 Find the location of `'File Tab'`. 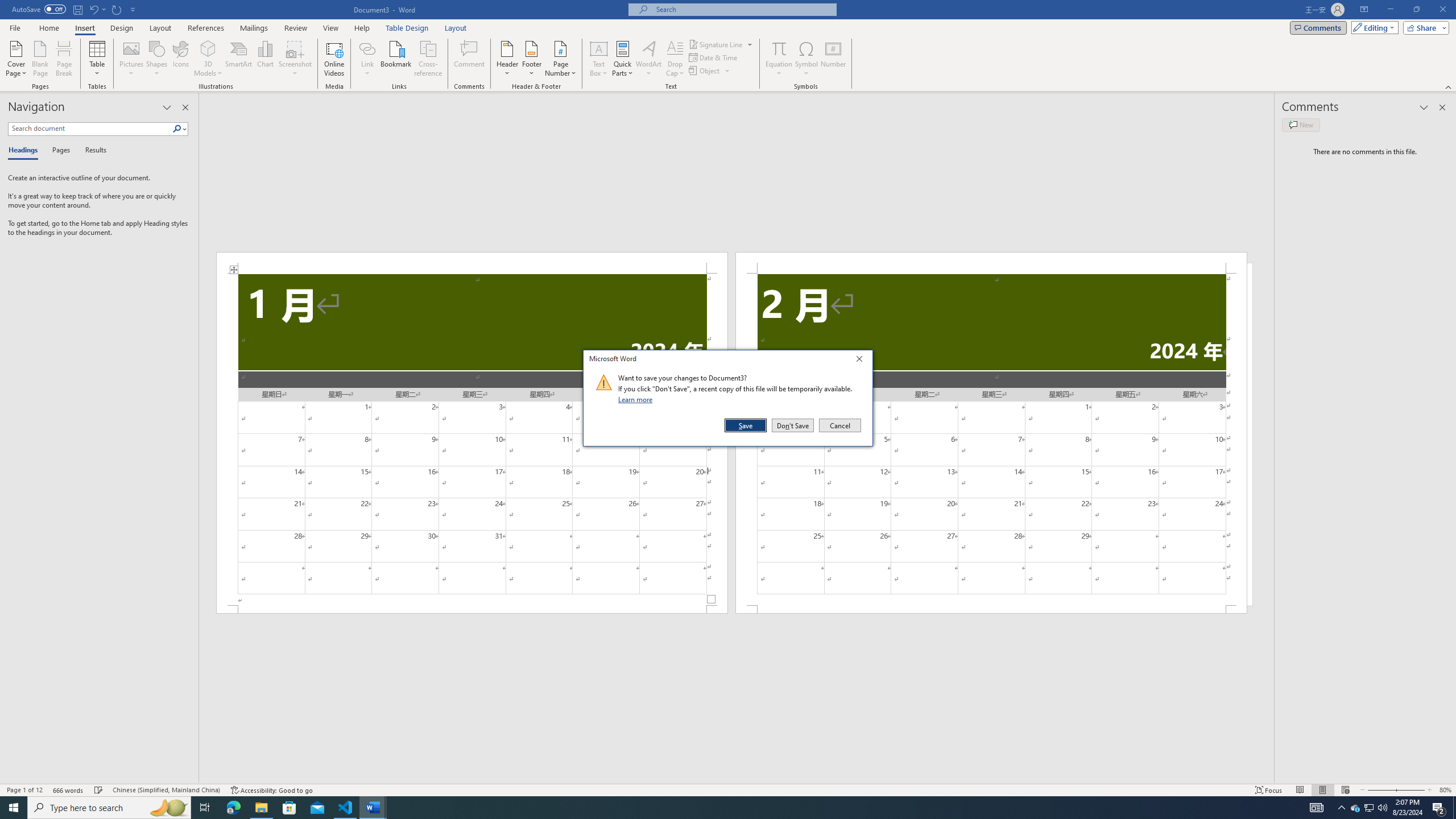

'File Tab' is located at coordinates (14, 27).